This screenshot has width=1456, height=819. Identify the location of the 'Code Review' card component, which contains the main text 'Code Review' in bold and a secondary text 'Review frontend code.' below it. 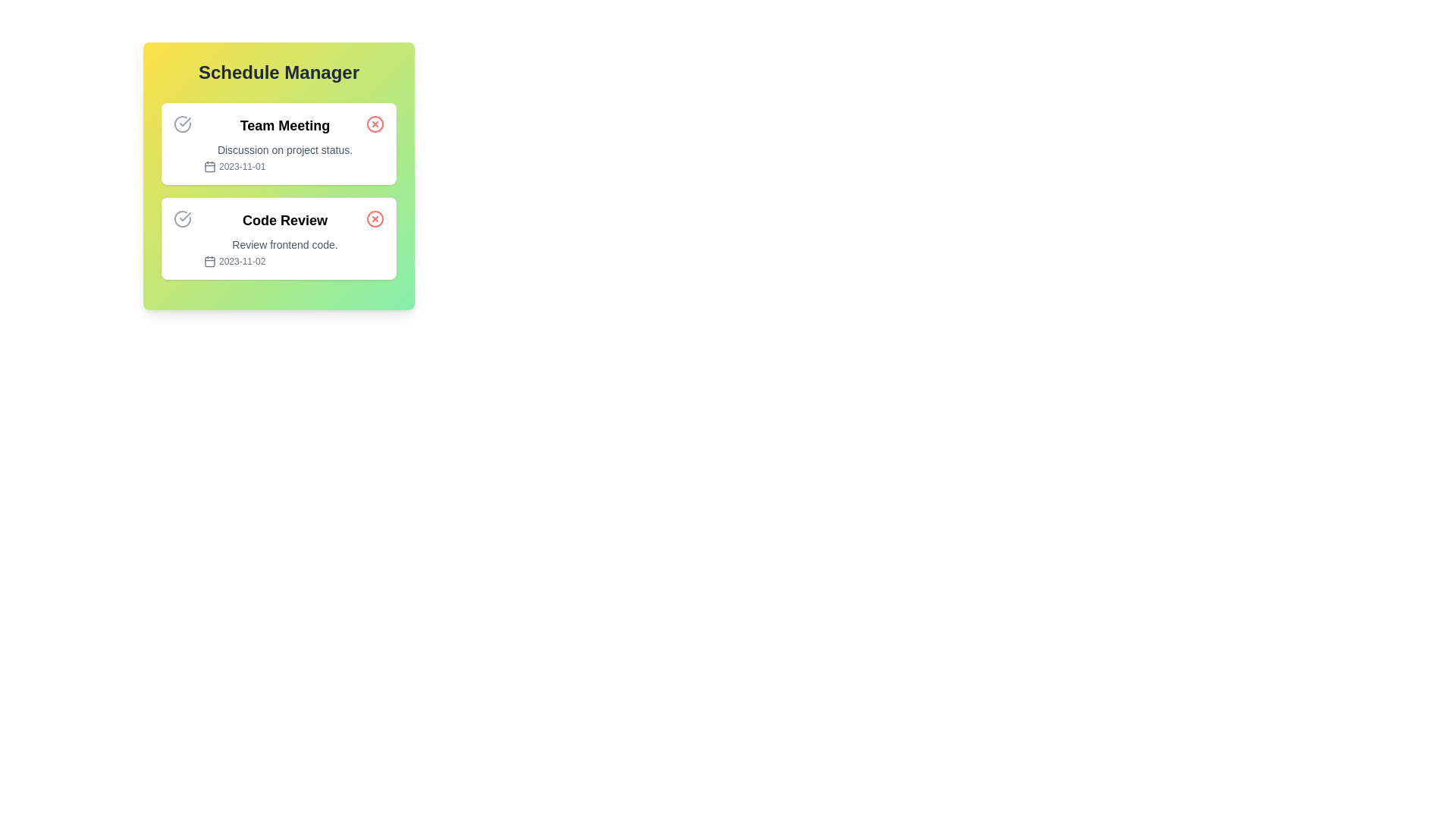
(284, 239).